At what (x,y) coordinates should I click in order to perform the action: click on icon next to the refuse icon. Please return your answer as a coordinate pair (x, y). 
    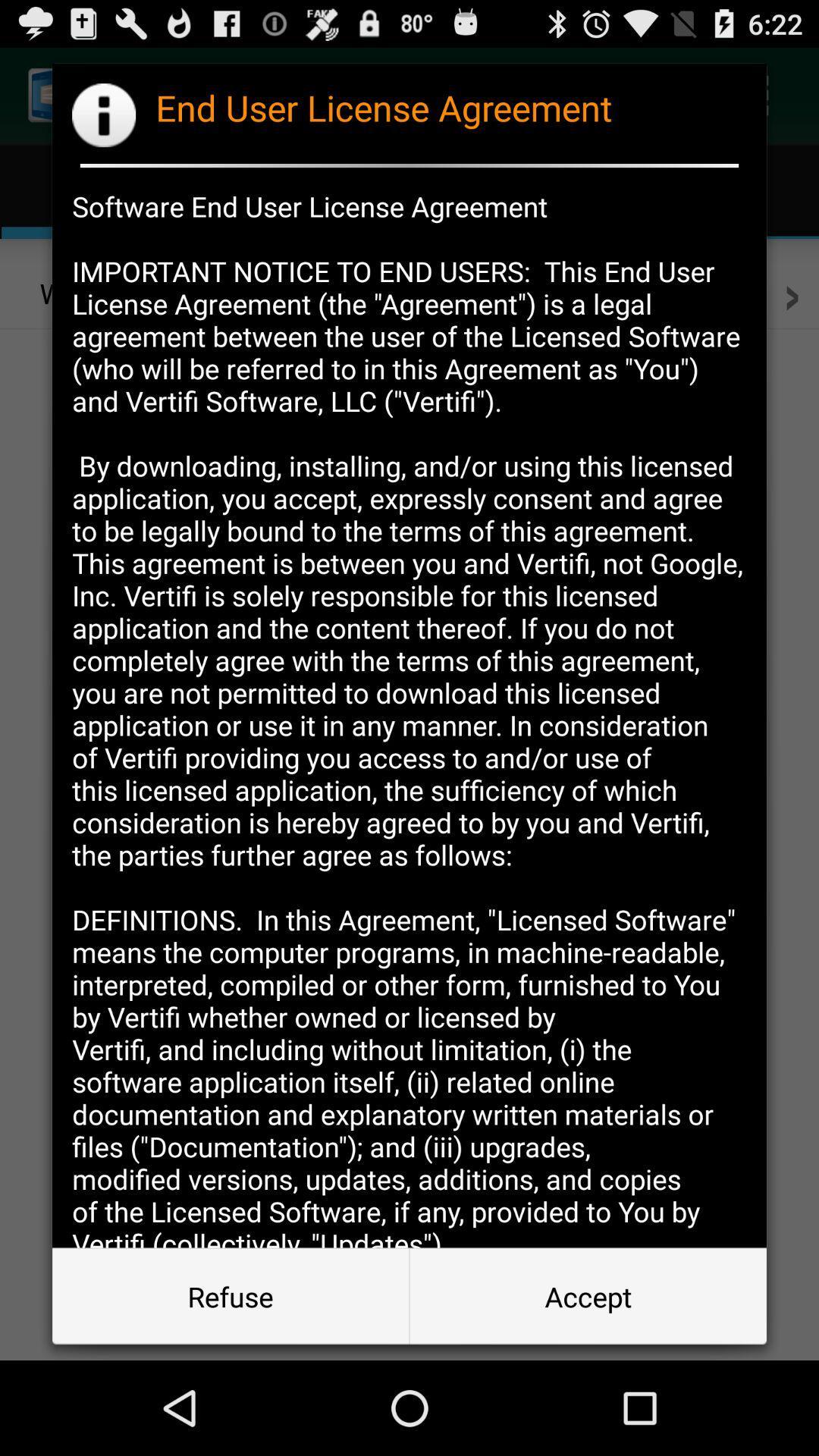
    Looking at the image, I should click on (587, 1295).